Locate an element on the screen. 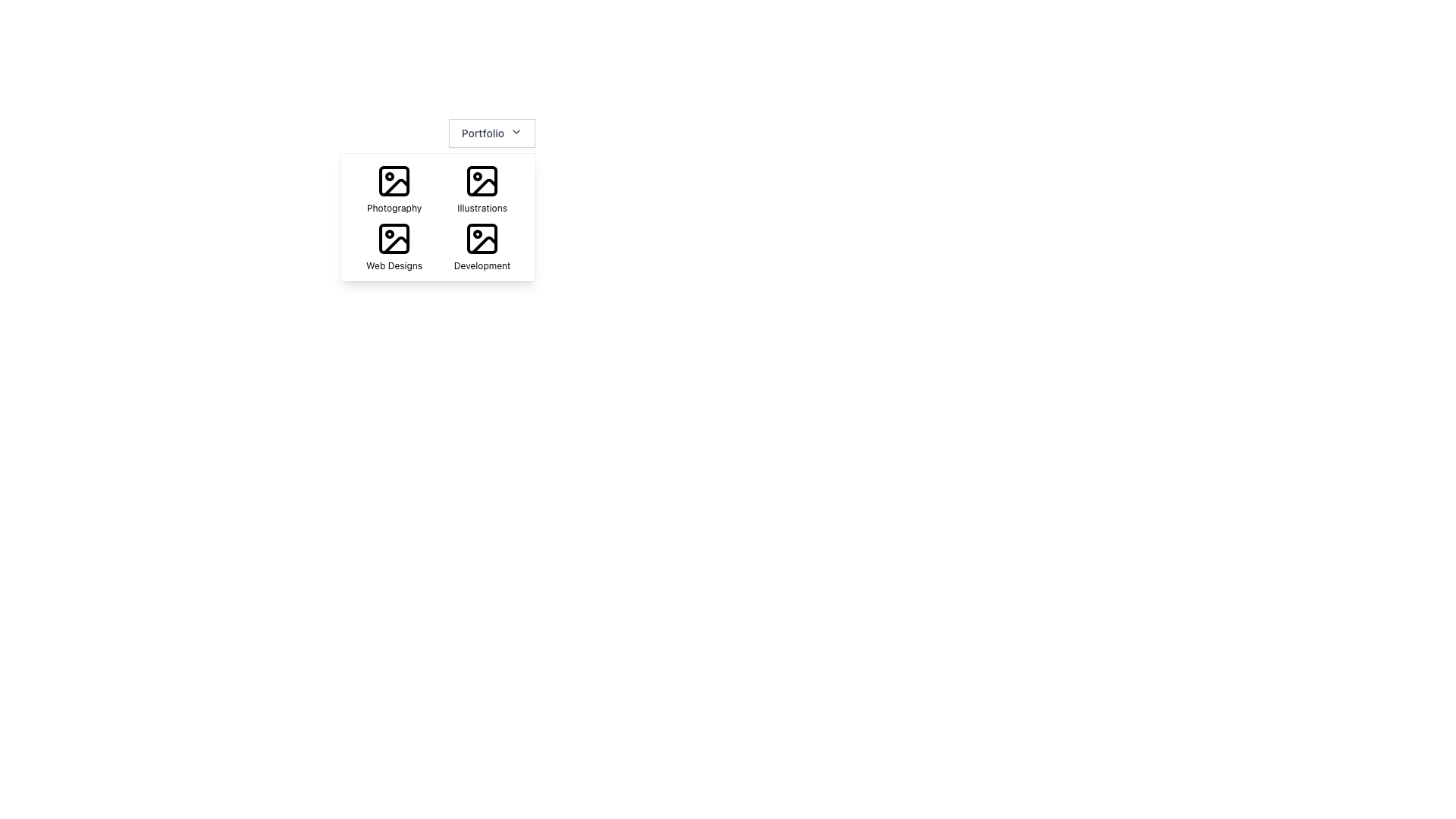  the 'Illustrations' icon located in the upper-right corner of the 2x2 icon grid under the label 'Portfolio' is located at coordinates (481, 180).